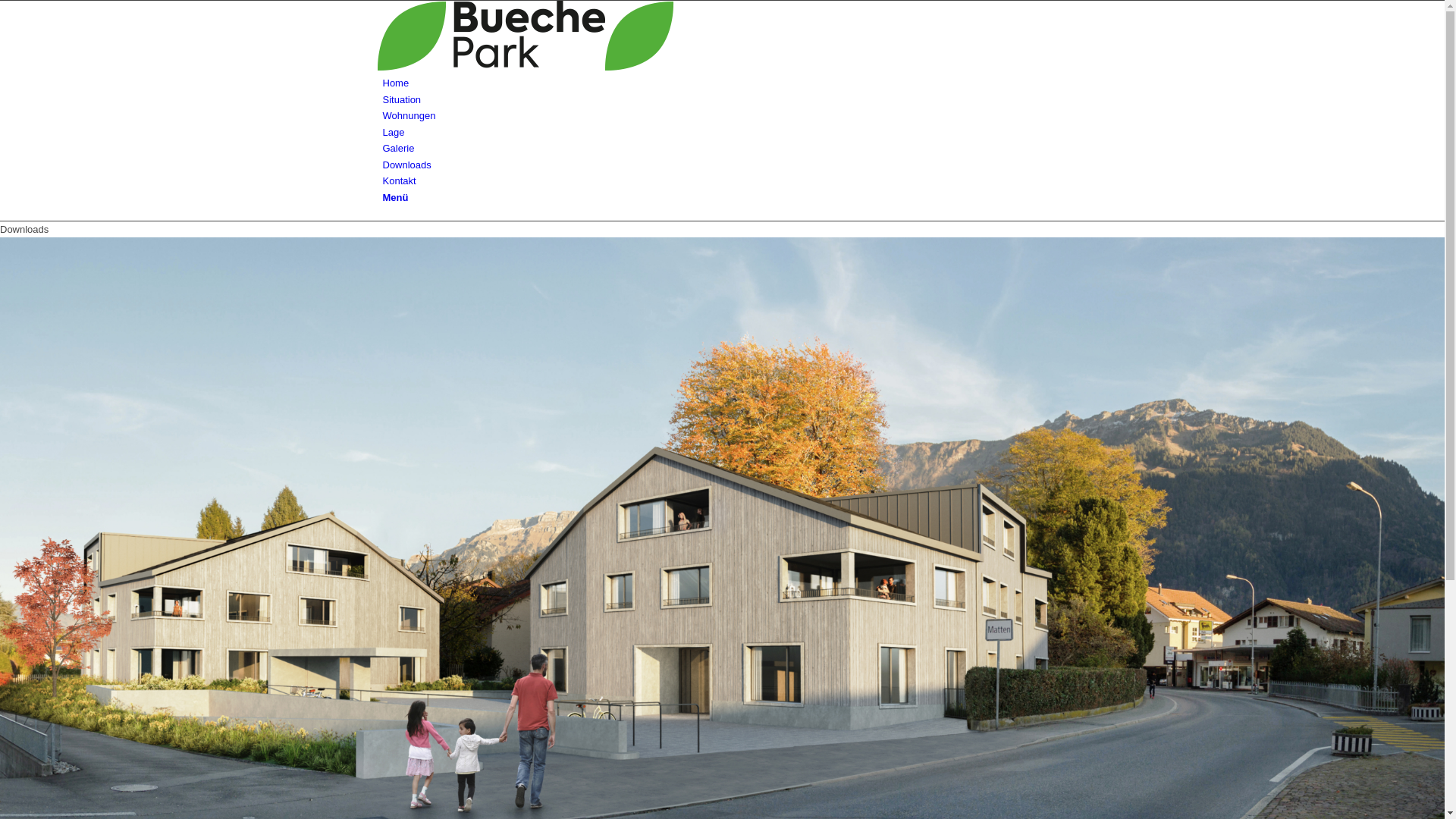 The image size is (1456, 819). Describe the element at coordinates (397, 148) in the screenshot. I see `'Galerie'` at that location.